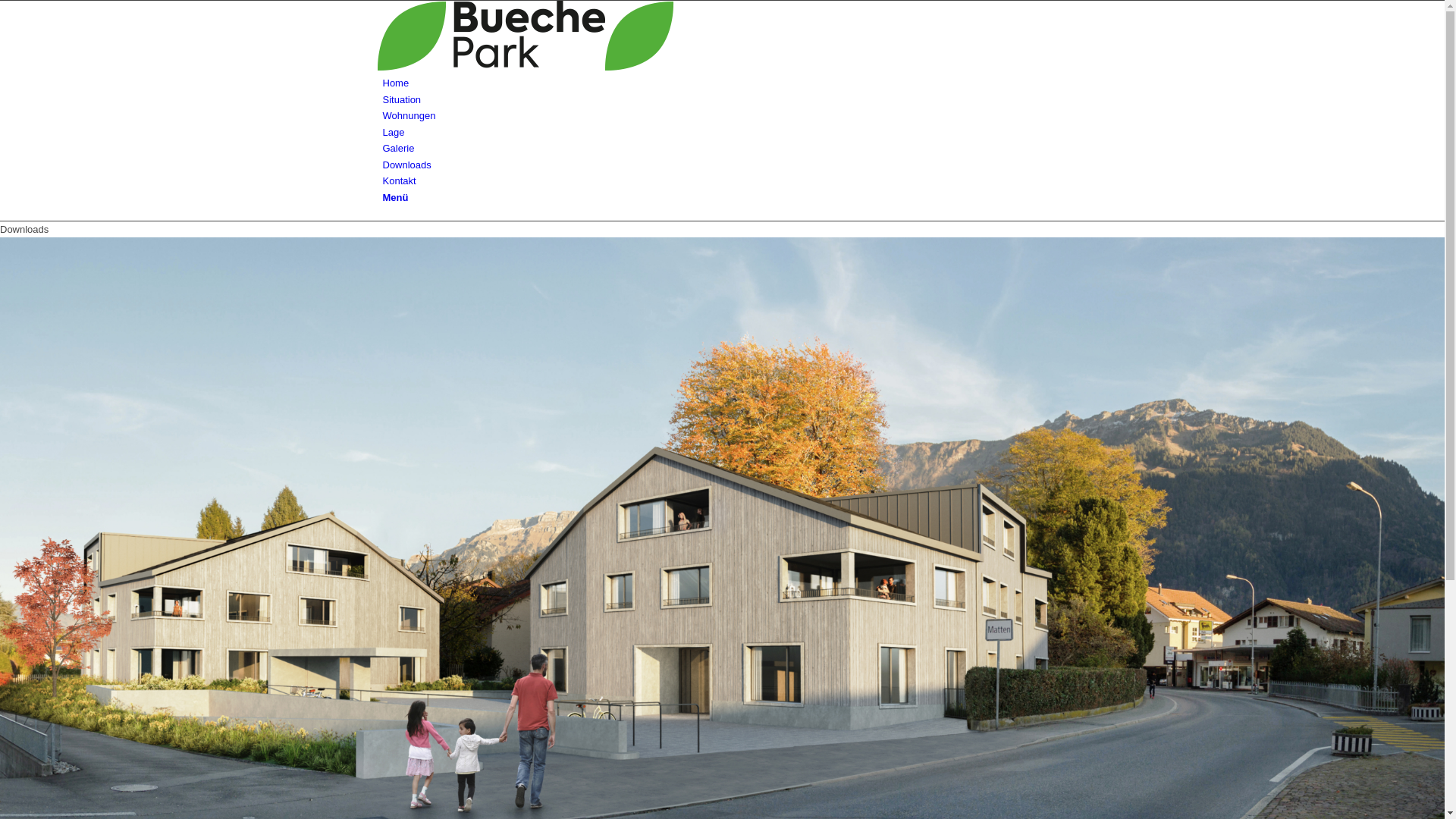 The image size is (1456, 819). Describe the element at coordinates (397, 148) in the screenshot. I see `'Galerie'` at that location.